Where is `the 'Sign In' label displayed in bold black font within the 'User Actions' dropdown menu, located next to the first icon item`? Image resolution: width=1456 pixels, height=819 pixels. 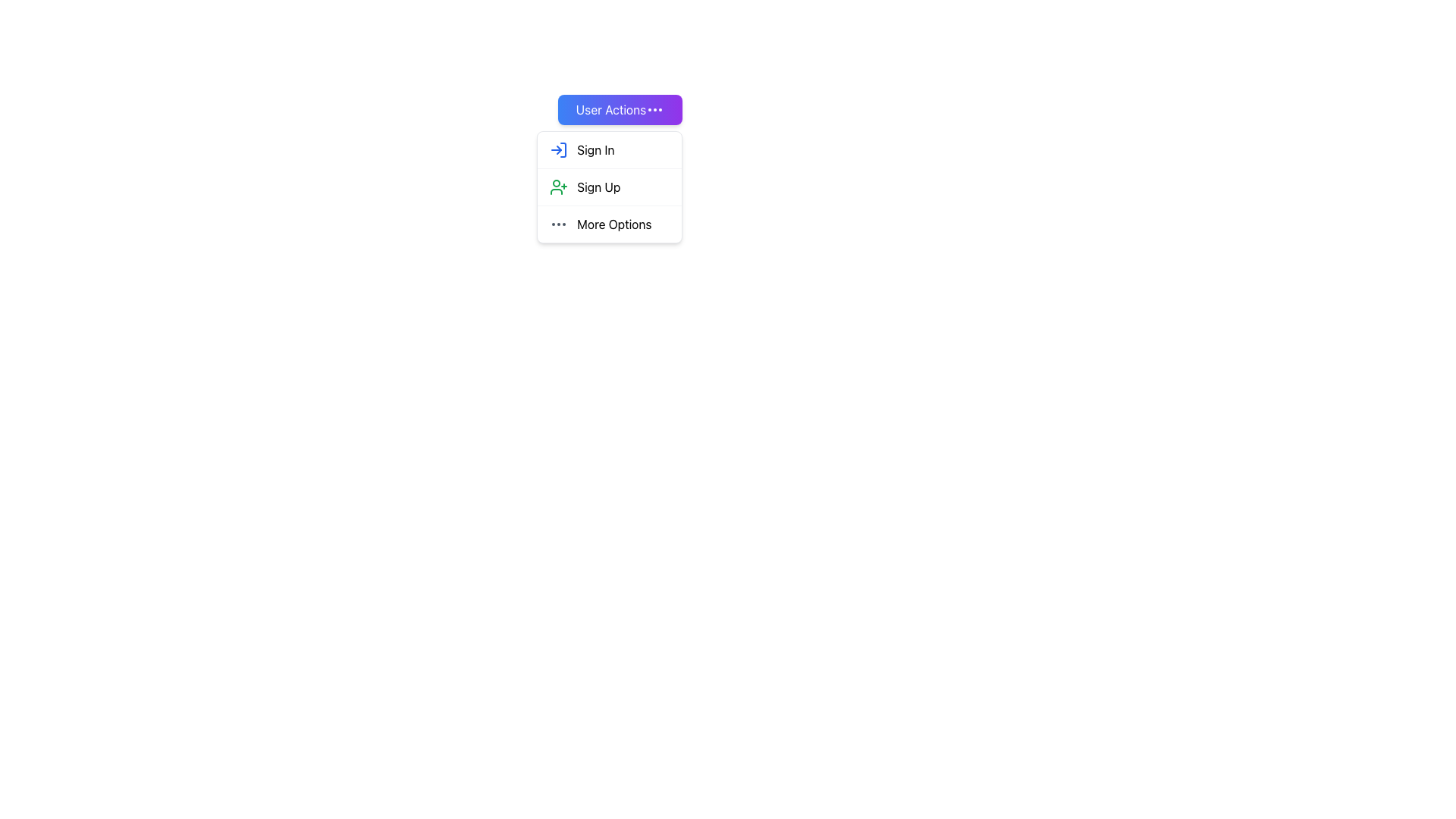
the 'Sign In' label displayed in bold black font within the 'User Actions' dropdown menu, located next to the first icon item is located at coordinates (595, 149).